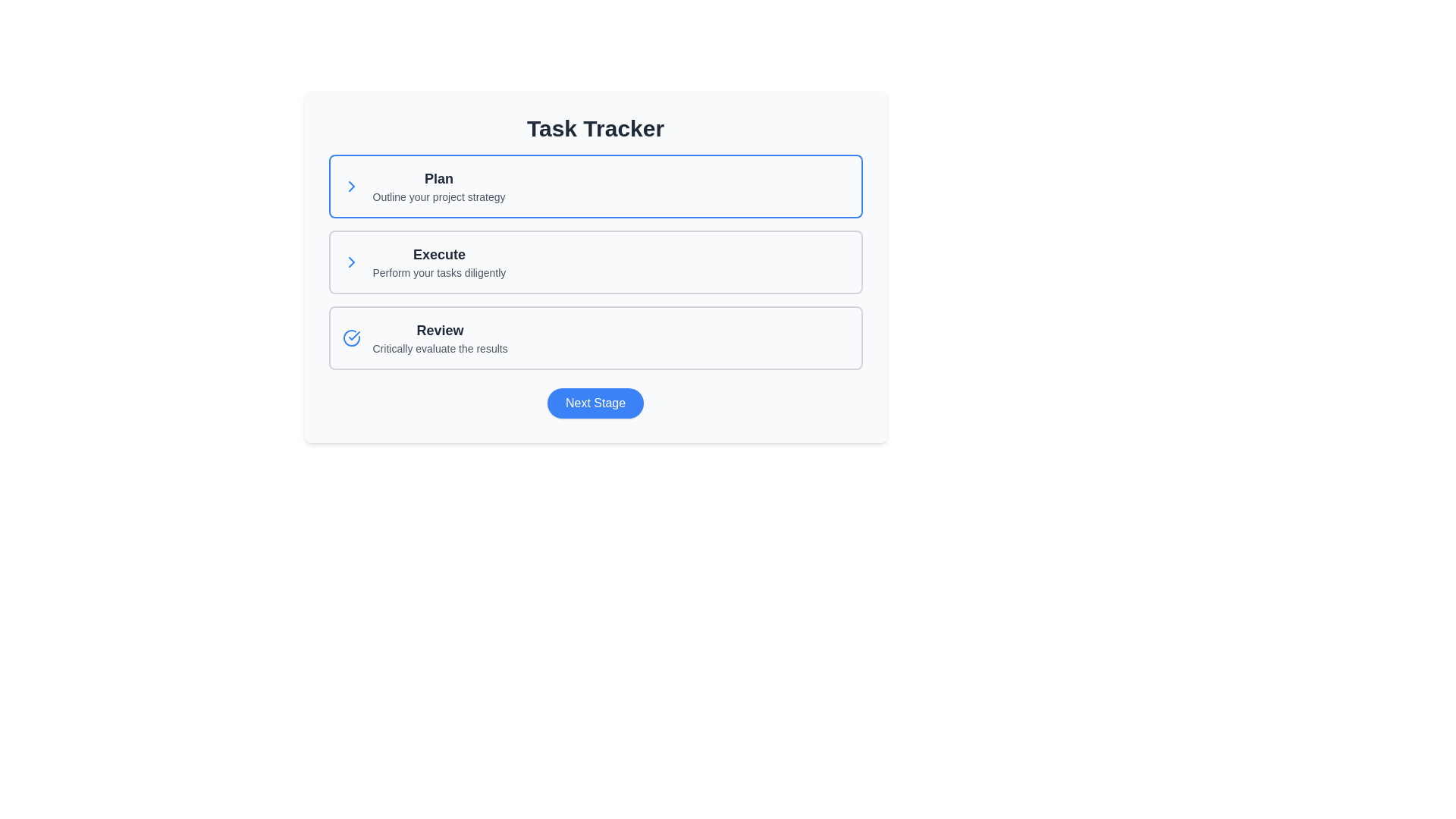  Describe the element at coordinates (439, 348) in the screenshot. I see `the static text element that reads 'Critically evaluate the results', which is located below the heading 'Review' in a small gray font` at that location.